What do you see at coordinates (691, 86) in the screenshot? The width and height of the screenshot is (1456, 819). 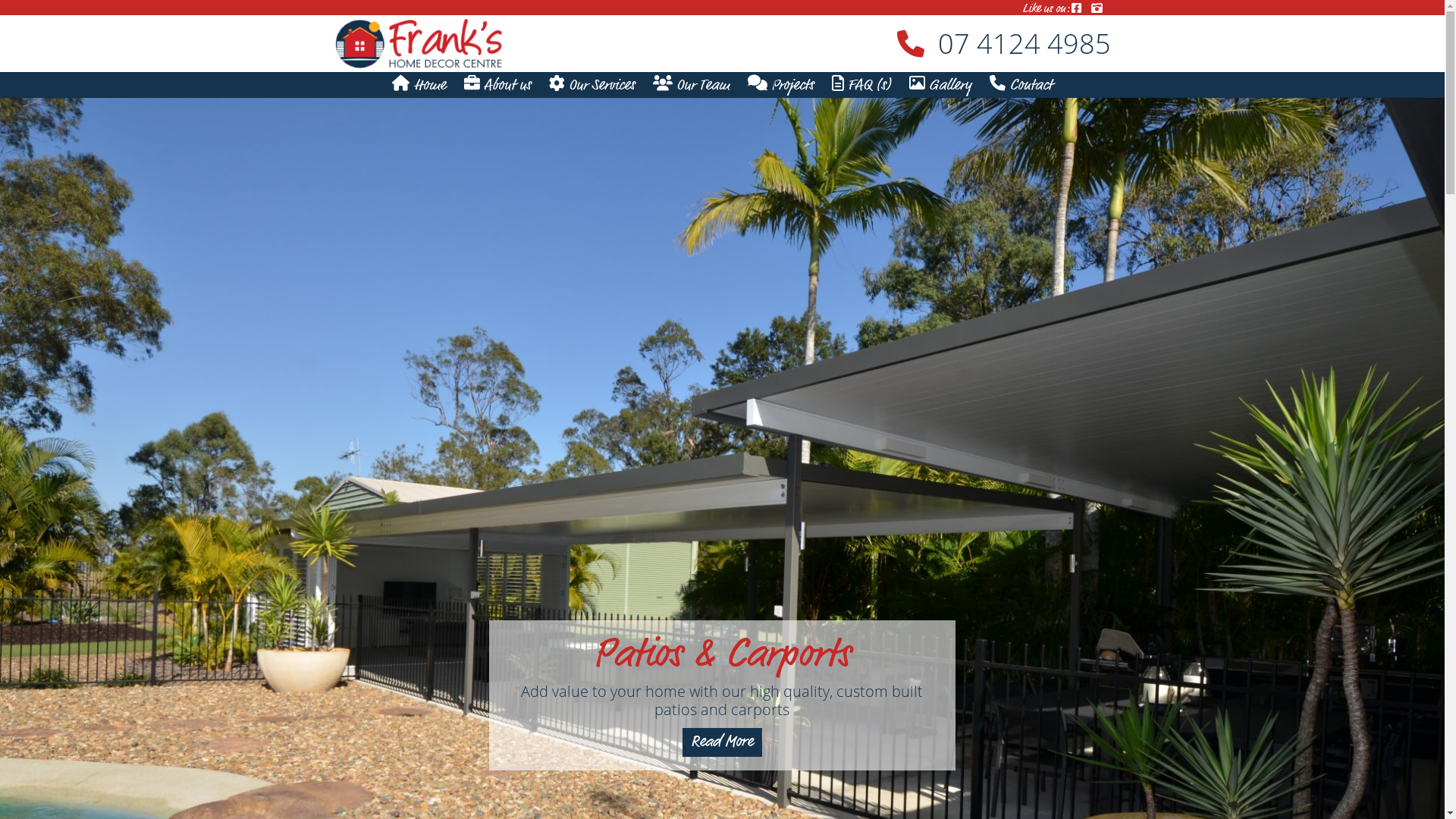 I see `'Our Team'` at bounding box center [691, 86].